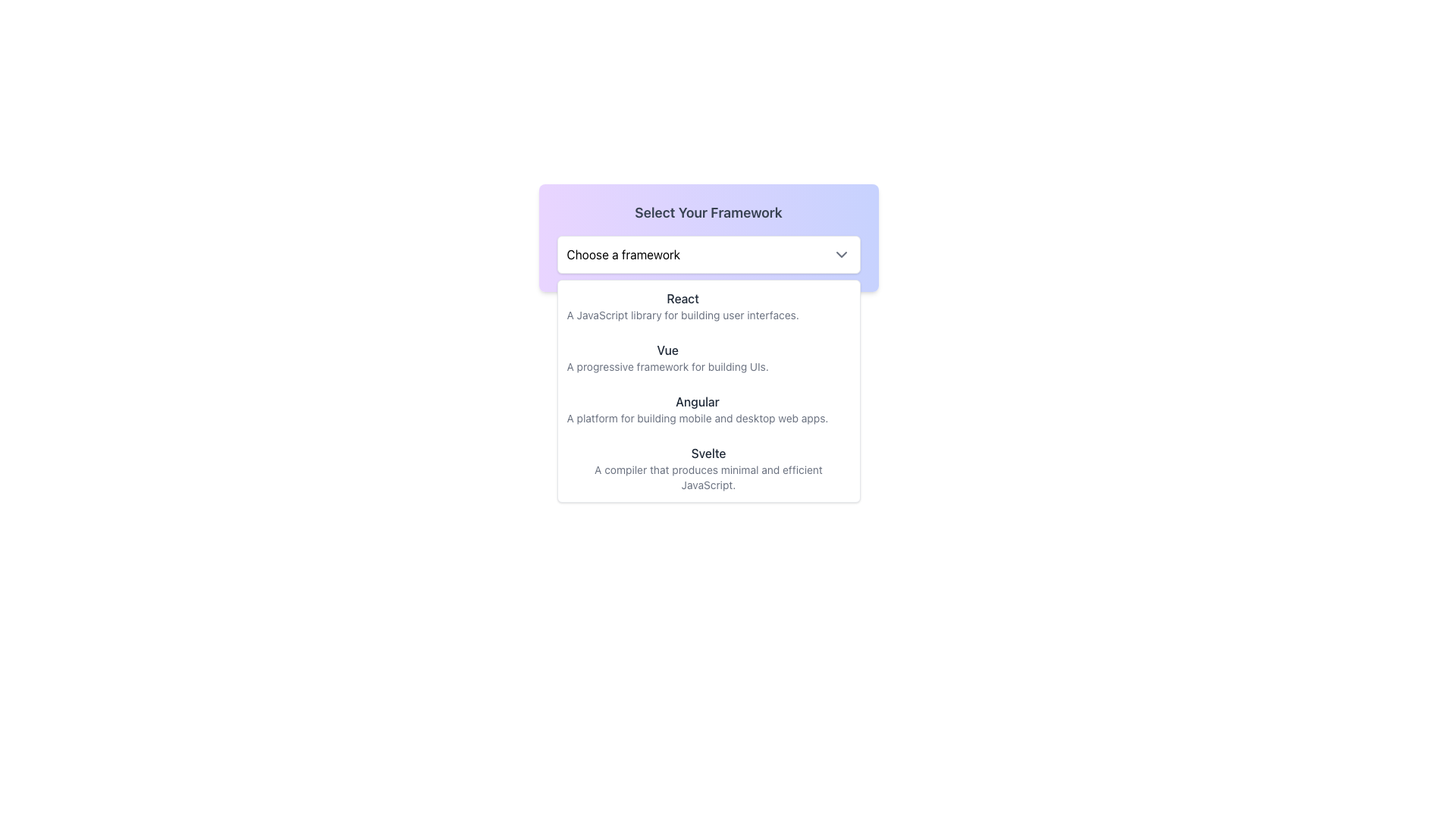  I want to click on the text 'React' in bold within the dropdown menu, so click(682, 306).